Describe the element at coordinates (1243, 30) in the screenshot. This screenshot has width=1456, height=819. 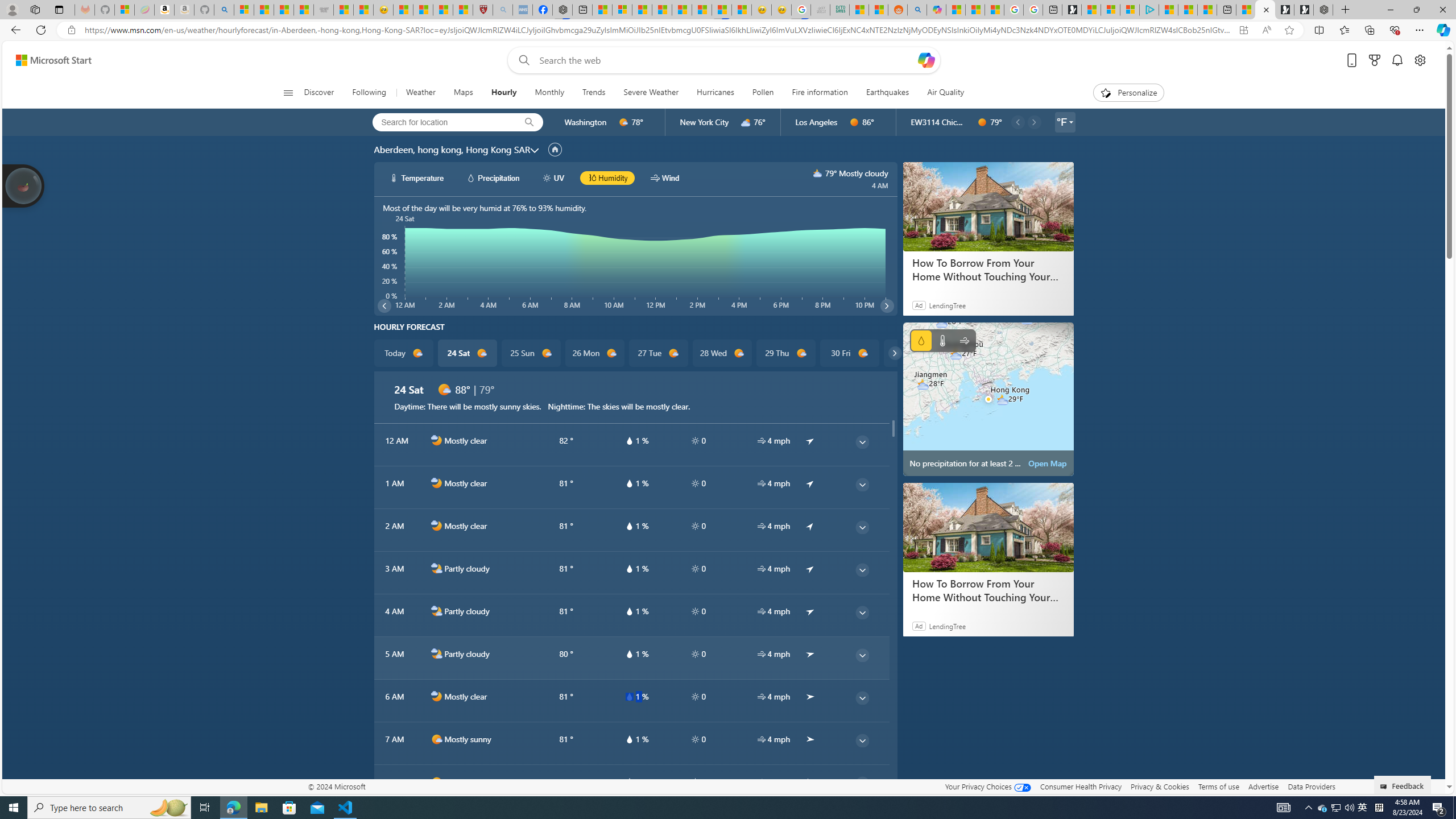
I see `'App available. Install Microsoft Start Weather'` at that location.